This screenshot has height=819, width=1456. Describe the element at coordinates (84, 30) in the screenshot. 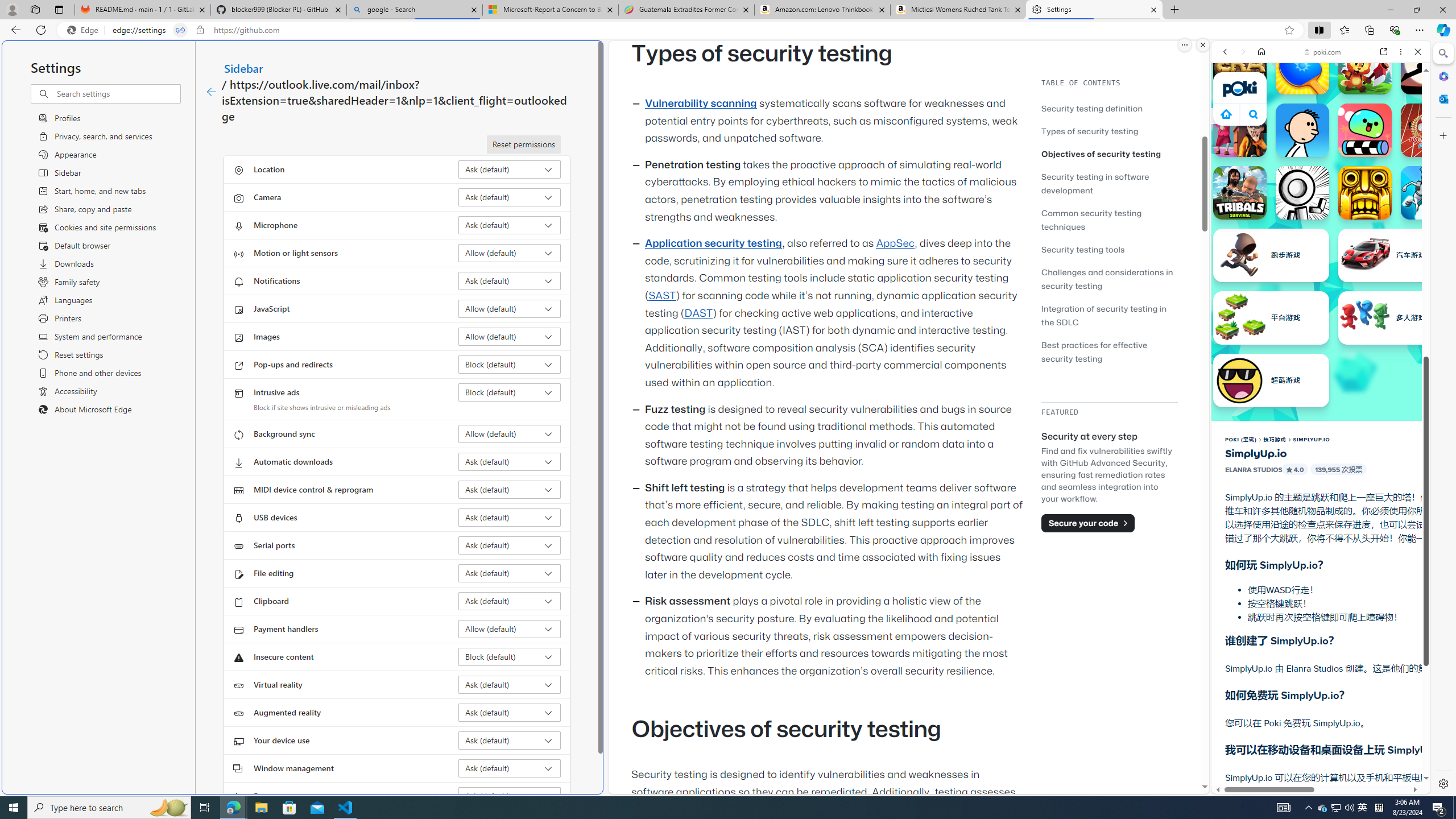

I see `'Edge'` at that location.